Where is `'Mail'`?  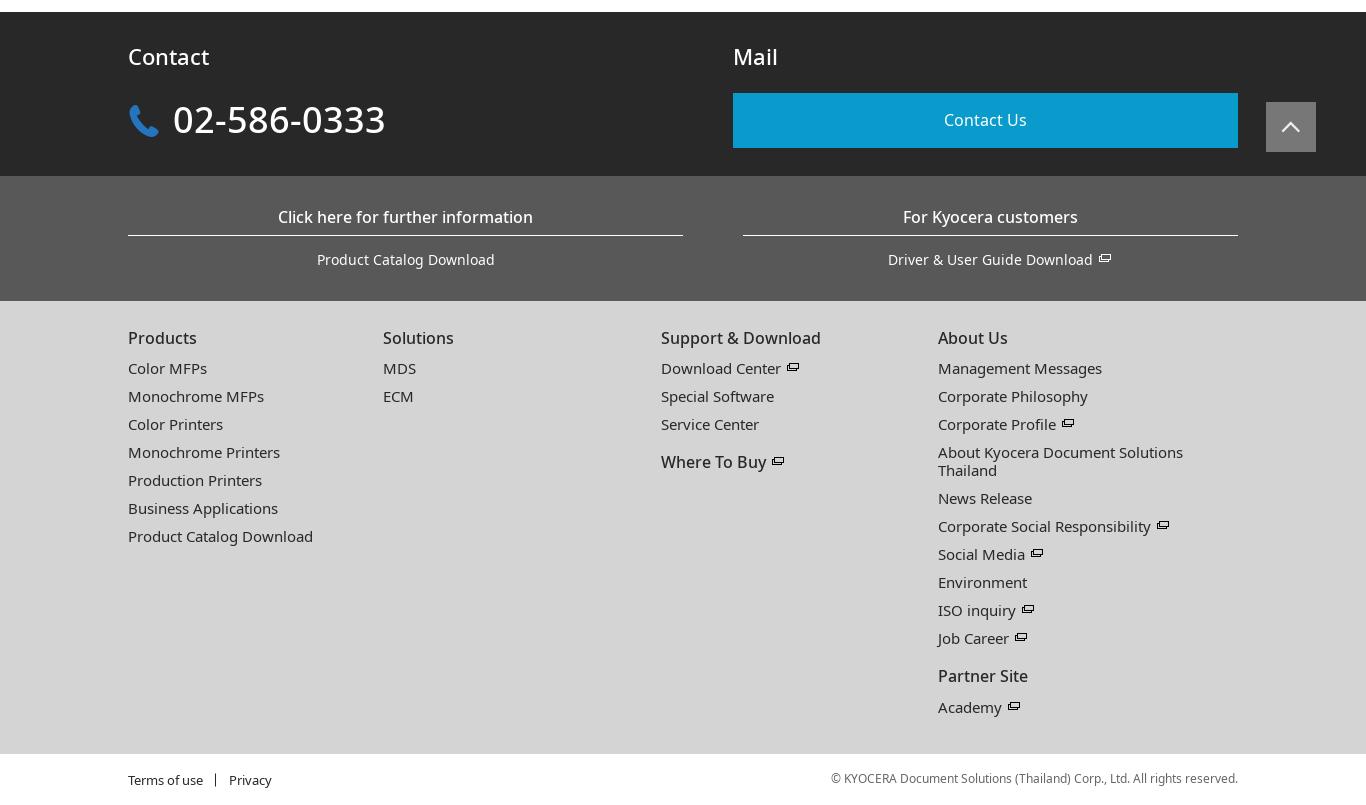 'Mail' is located at coordinates (755, 56).